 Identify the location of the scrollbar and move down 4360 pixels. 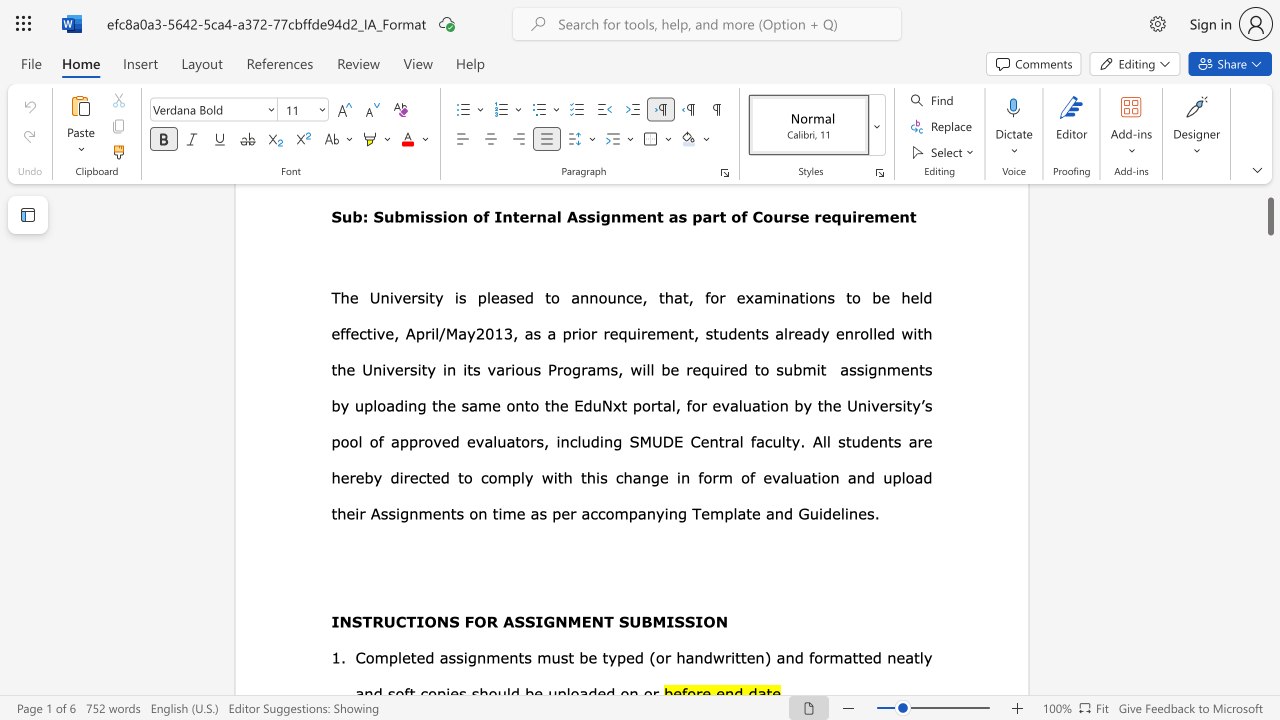
(1269, 211).